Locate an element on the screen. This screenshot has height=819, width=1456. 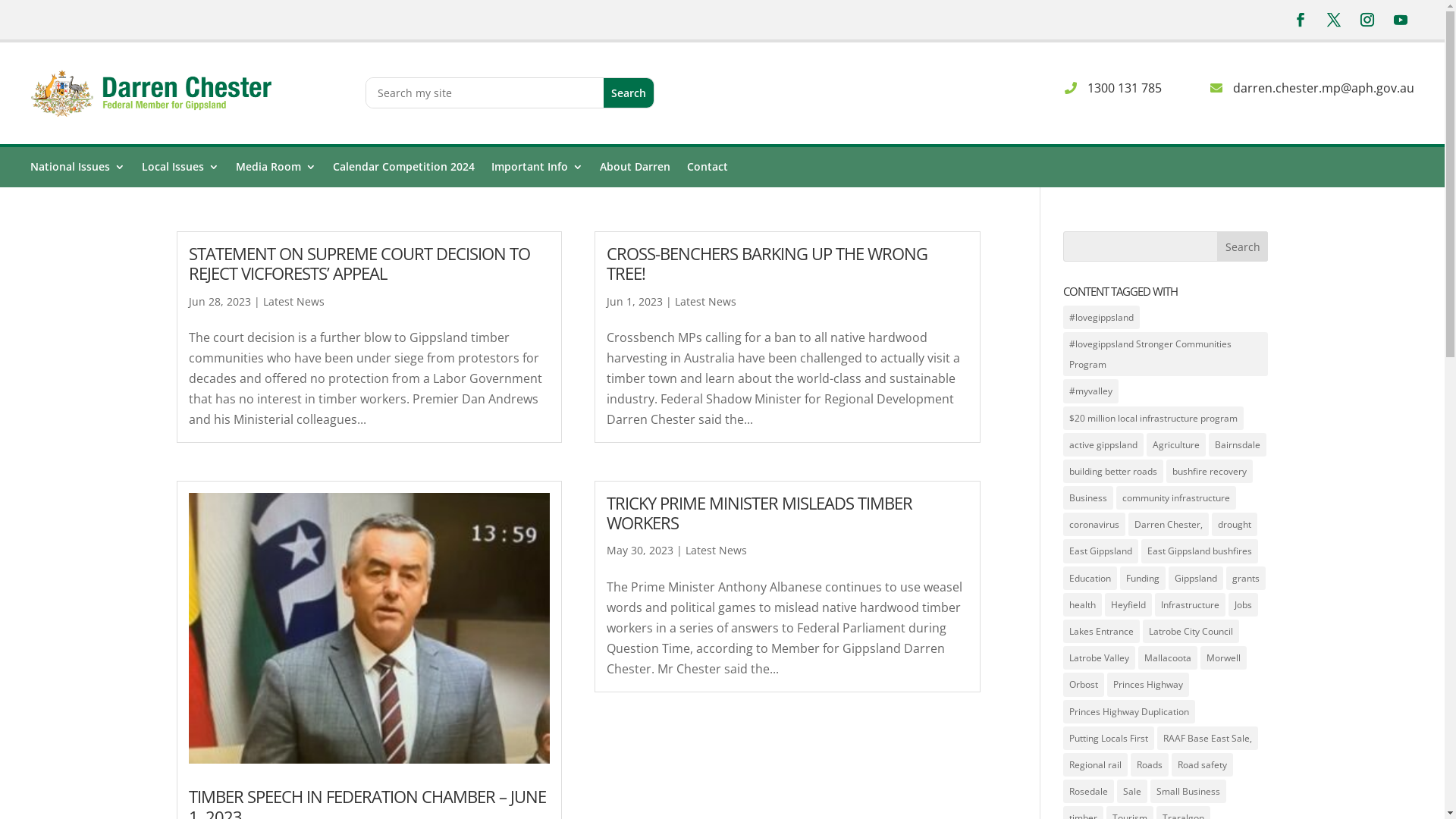
'1300 131 785' is located at coordinates (1090, 87).